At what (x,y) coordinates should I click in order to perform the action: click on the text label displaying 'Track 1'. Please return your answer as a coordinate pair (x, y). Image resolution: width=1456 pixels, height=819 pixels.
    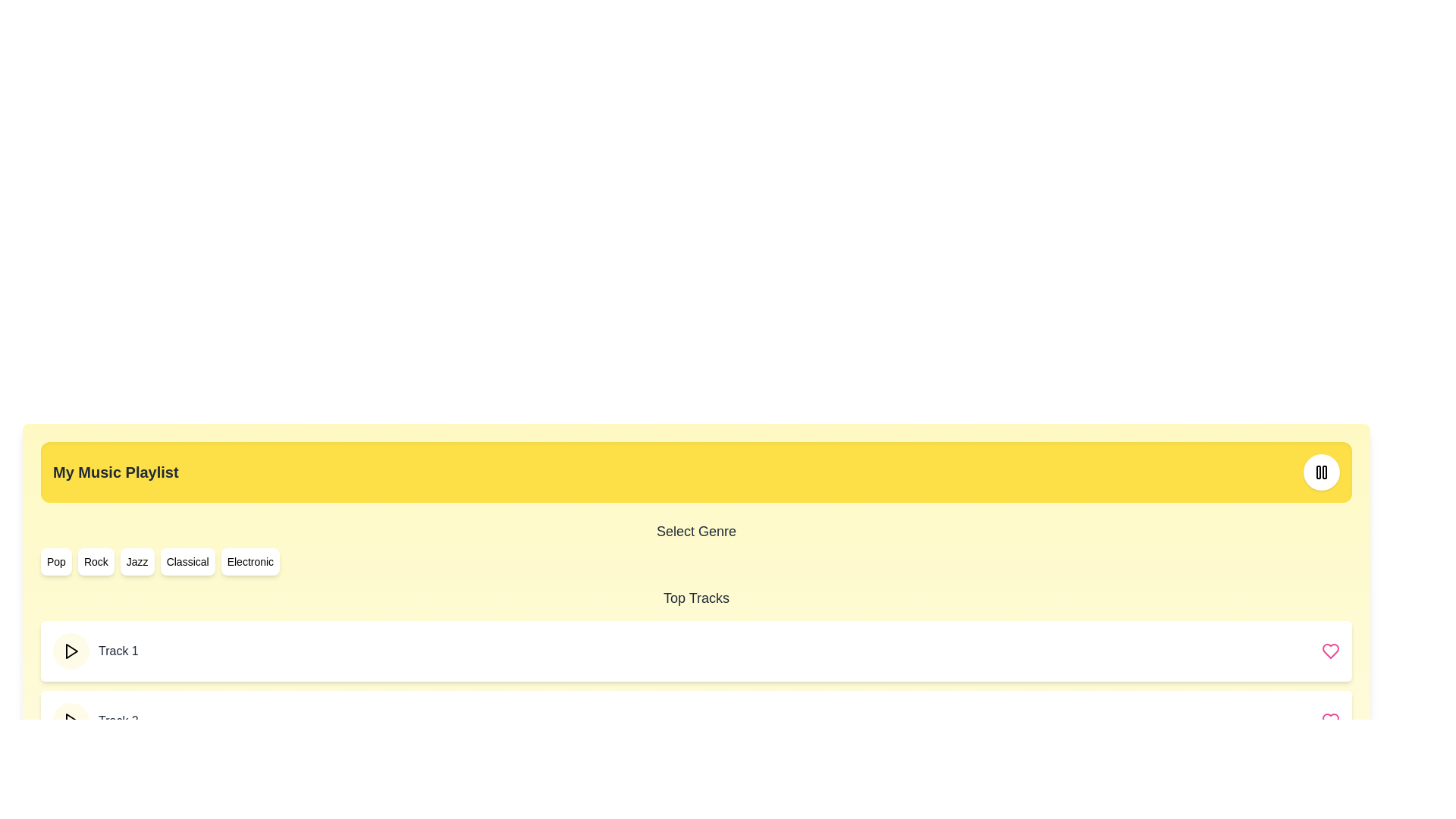
    Looking at the image, I should click on (118, 651).